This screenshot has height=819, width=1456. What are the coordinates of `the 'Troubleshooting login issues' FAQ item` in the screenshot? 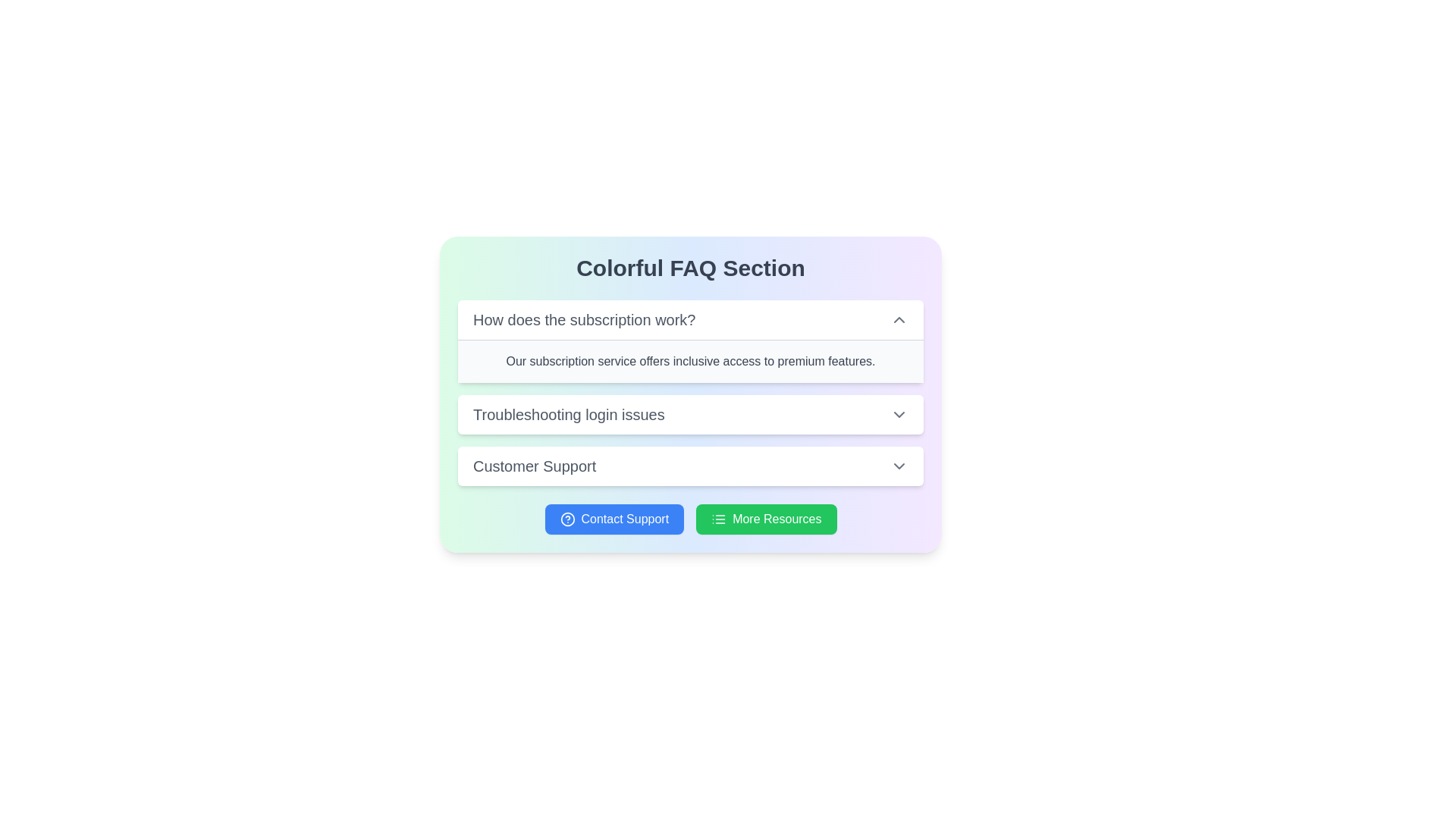 It's located at (690, 415).